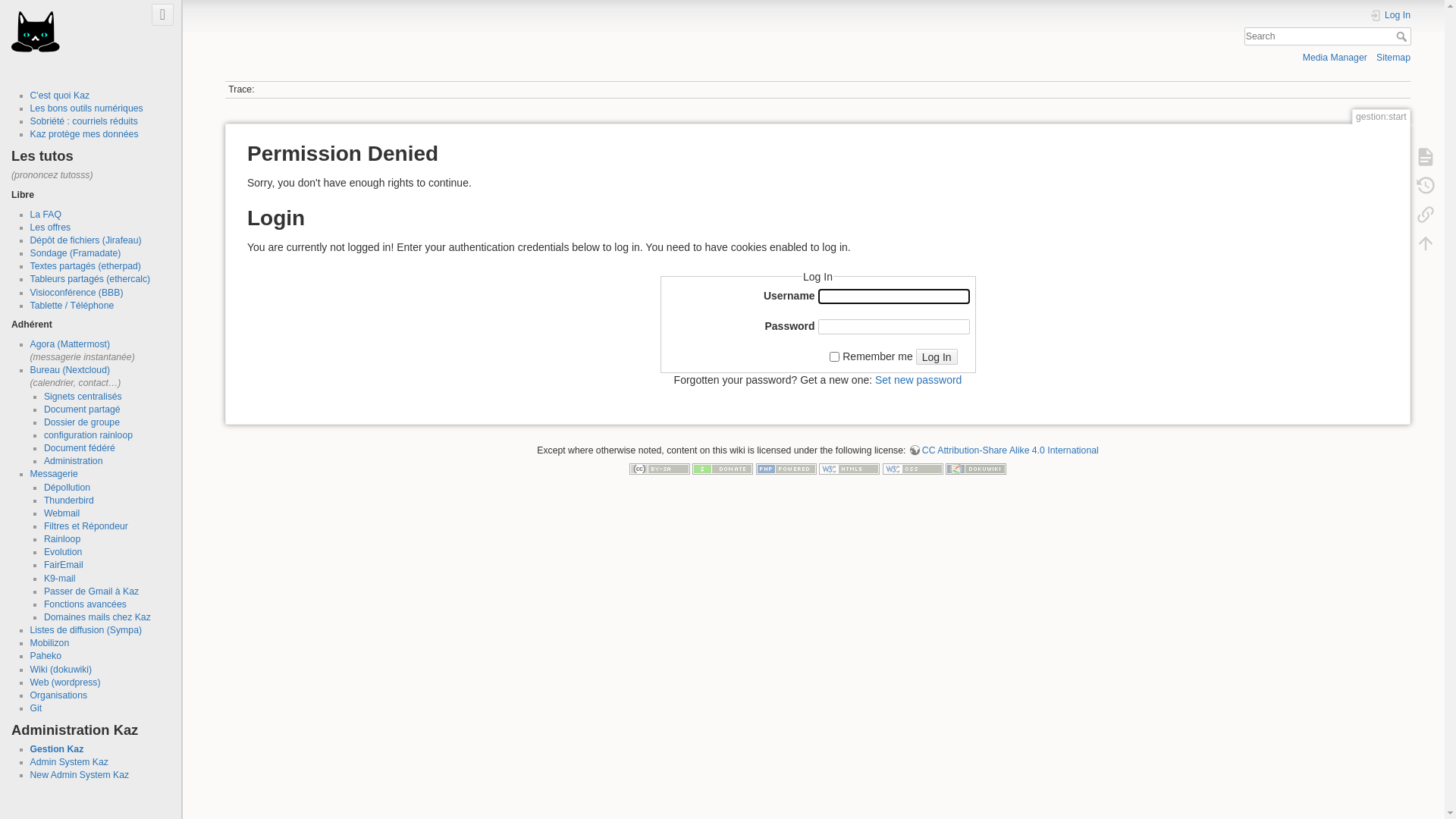  Describe the element at coordinates (945, 467) in the screenshot. I see `'Driven by DokuWiki'` at that location.